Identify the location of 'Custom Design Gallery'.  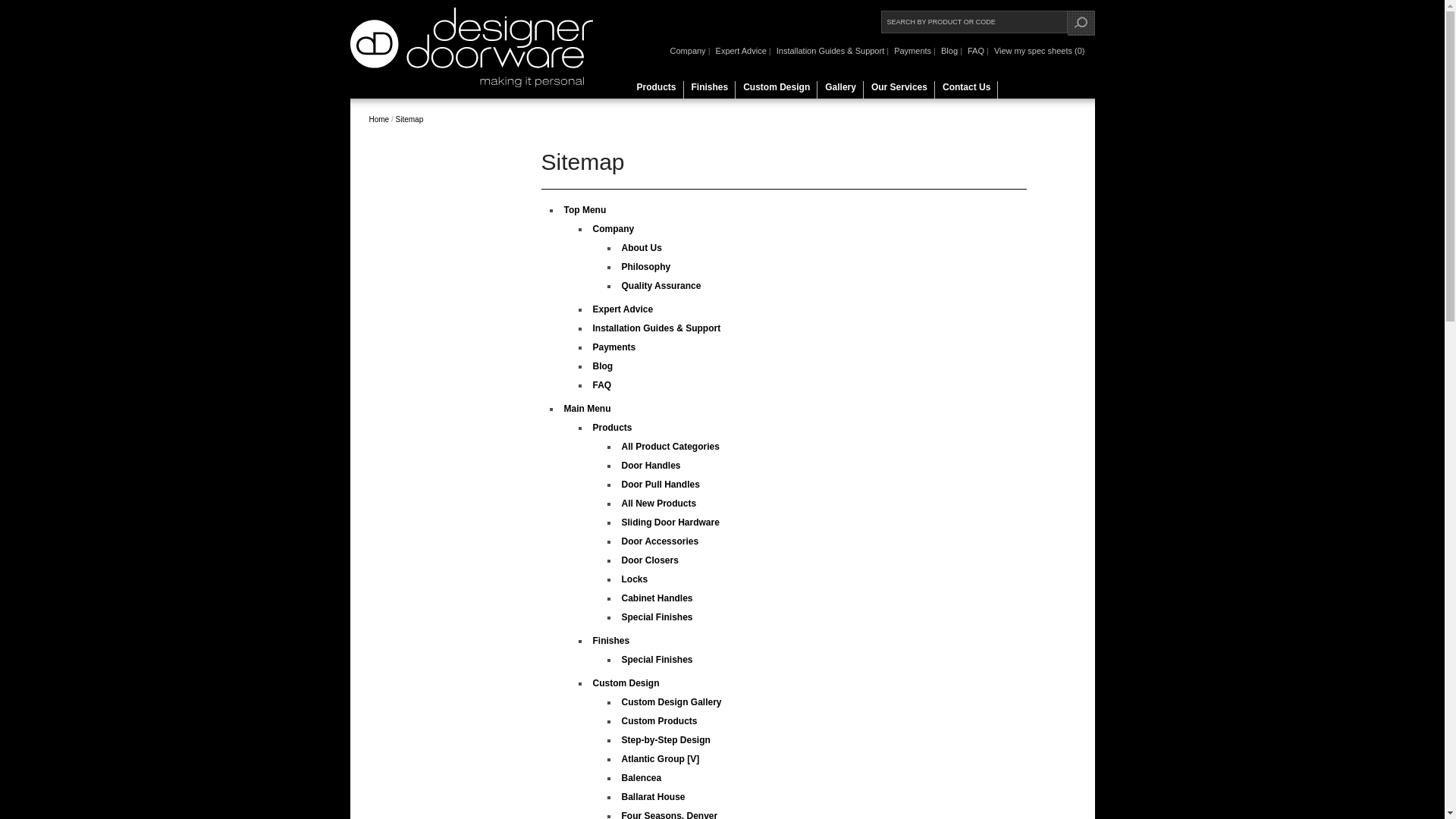
(671, 701).